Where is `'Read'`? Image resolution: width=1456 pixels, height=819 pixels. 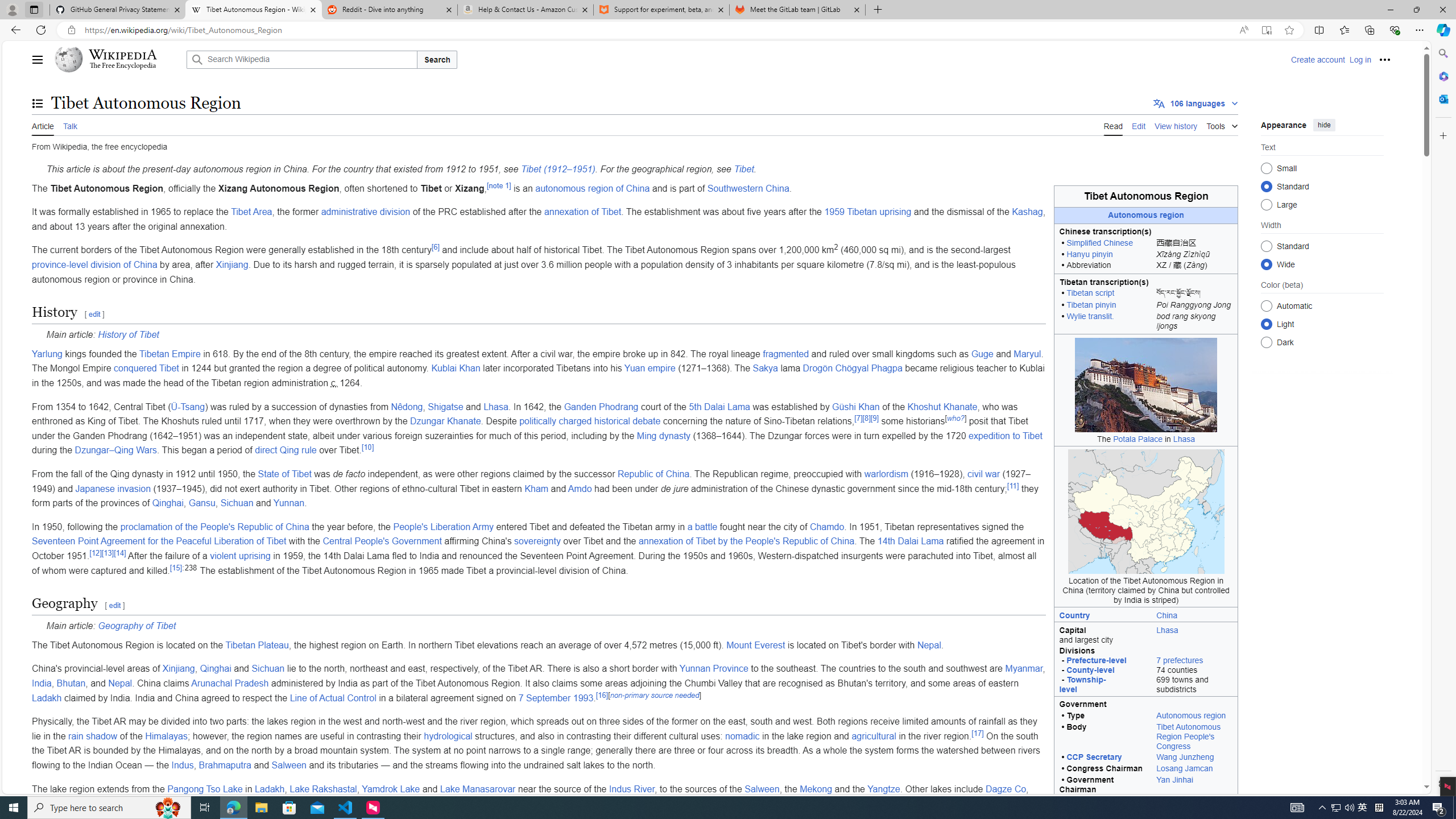 'Read' is located at coordinates (1112, 125).